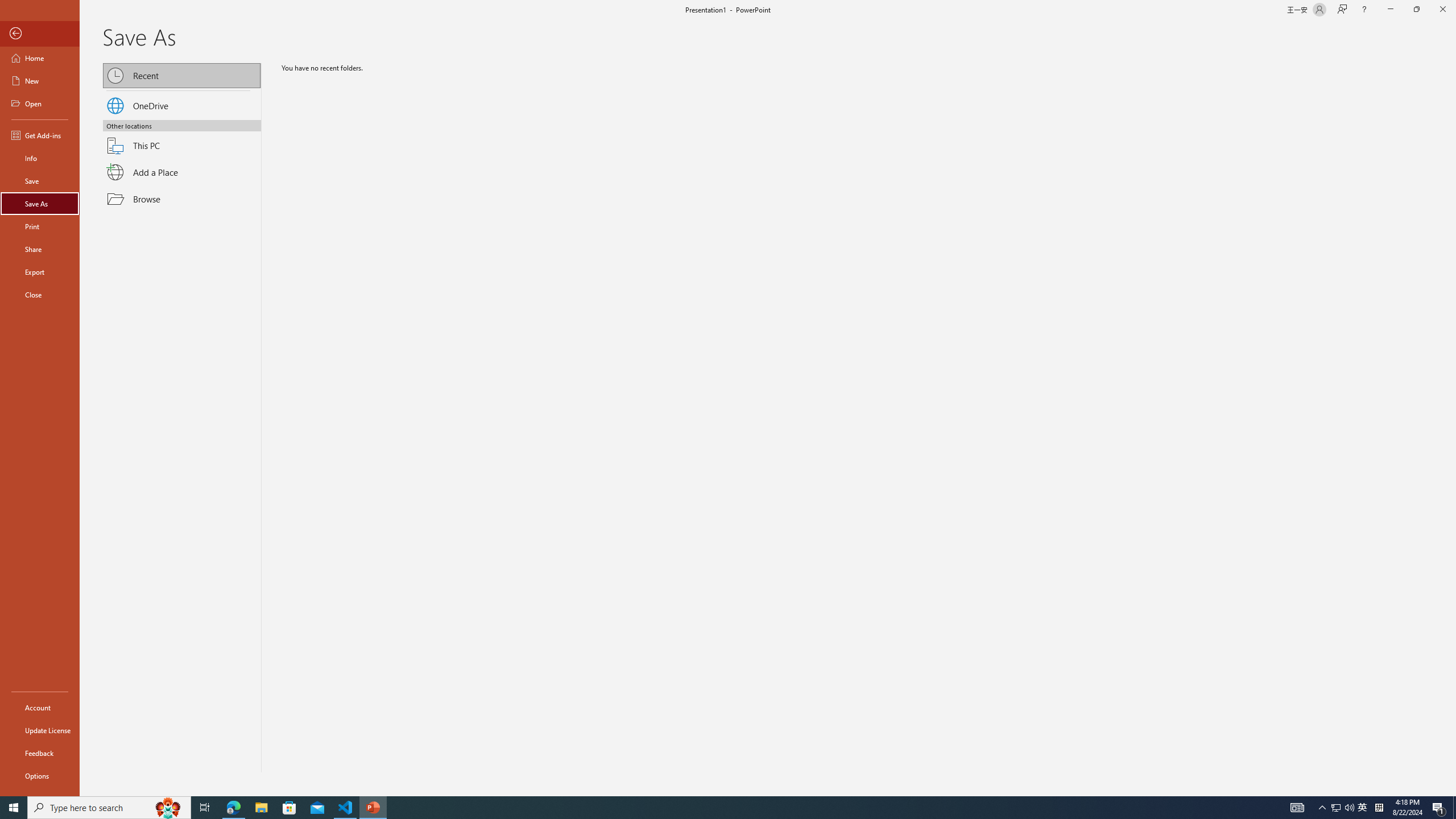 The image size is (1456, 819). I want to click on 'Info', so click(39, 157).